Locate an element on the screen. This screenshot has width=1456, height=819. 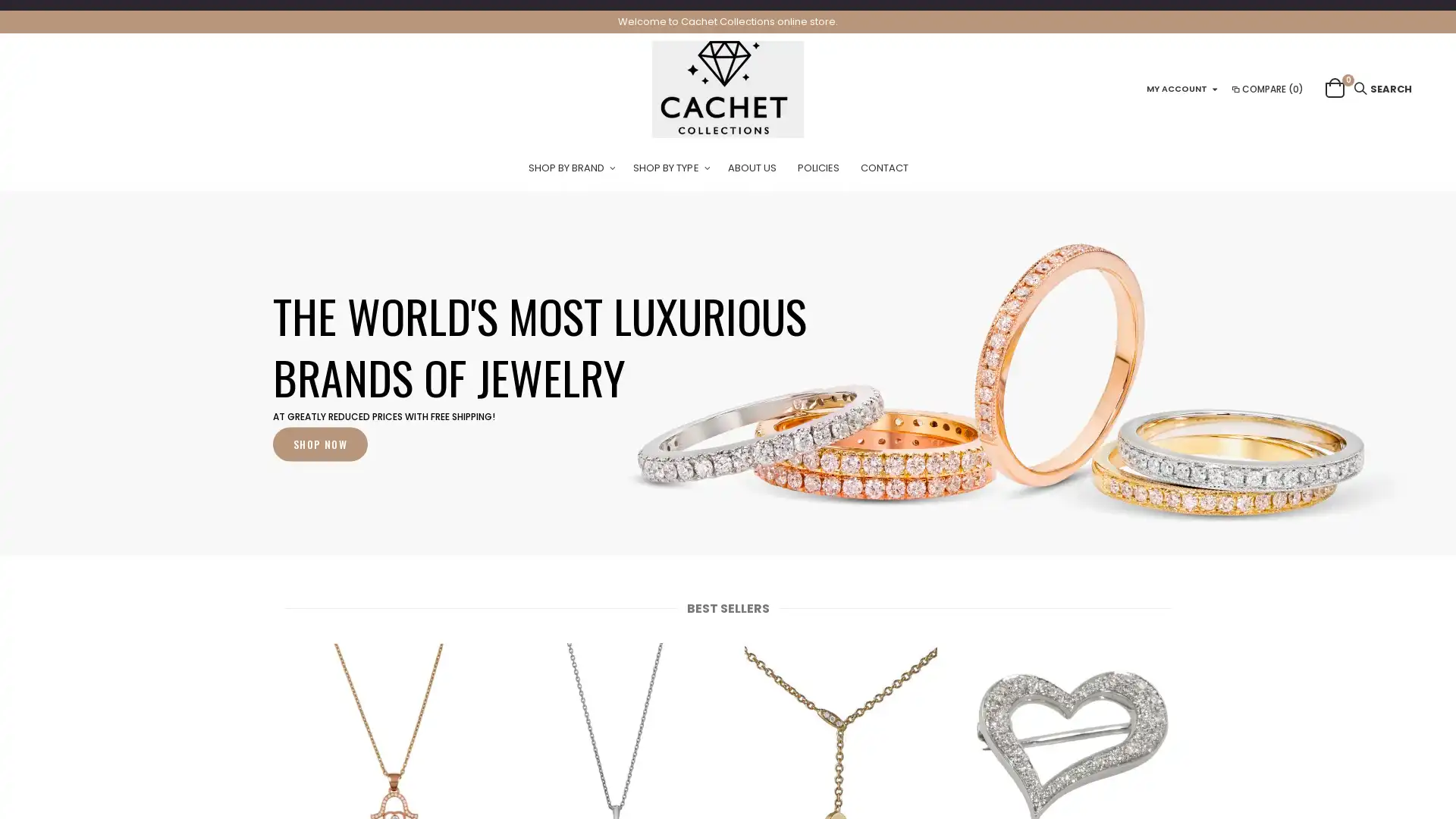
Send a message is located at coordinates (1376, 778).